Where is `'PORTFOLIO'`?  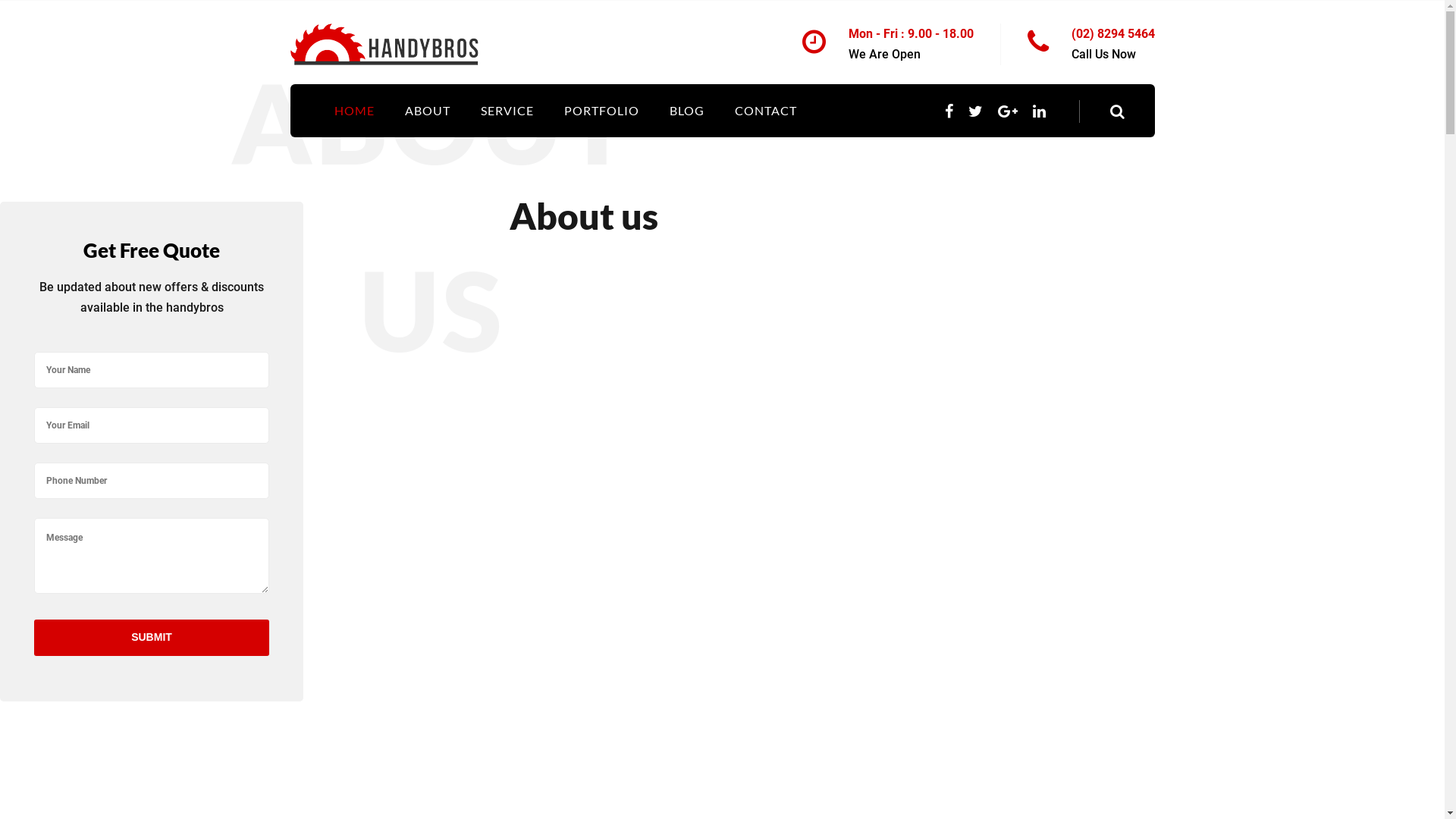
'PORTFOLIO' is located at coordinates (601, 110).